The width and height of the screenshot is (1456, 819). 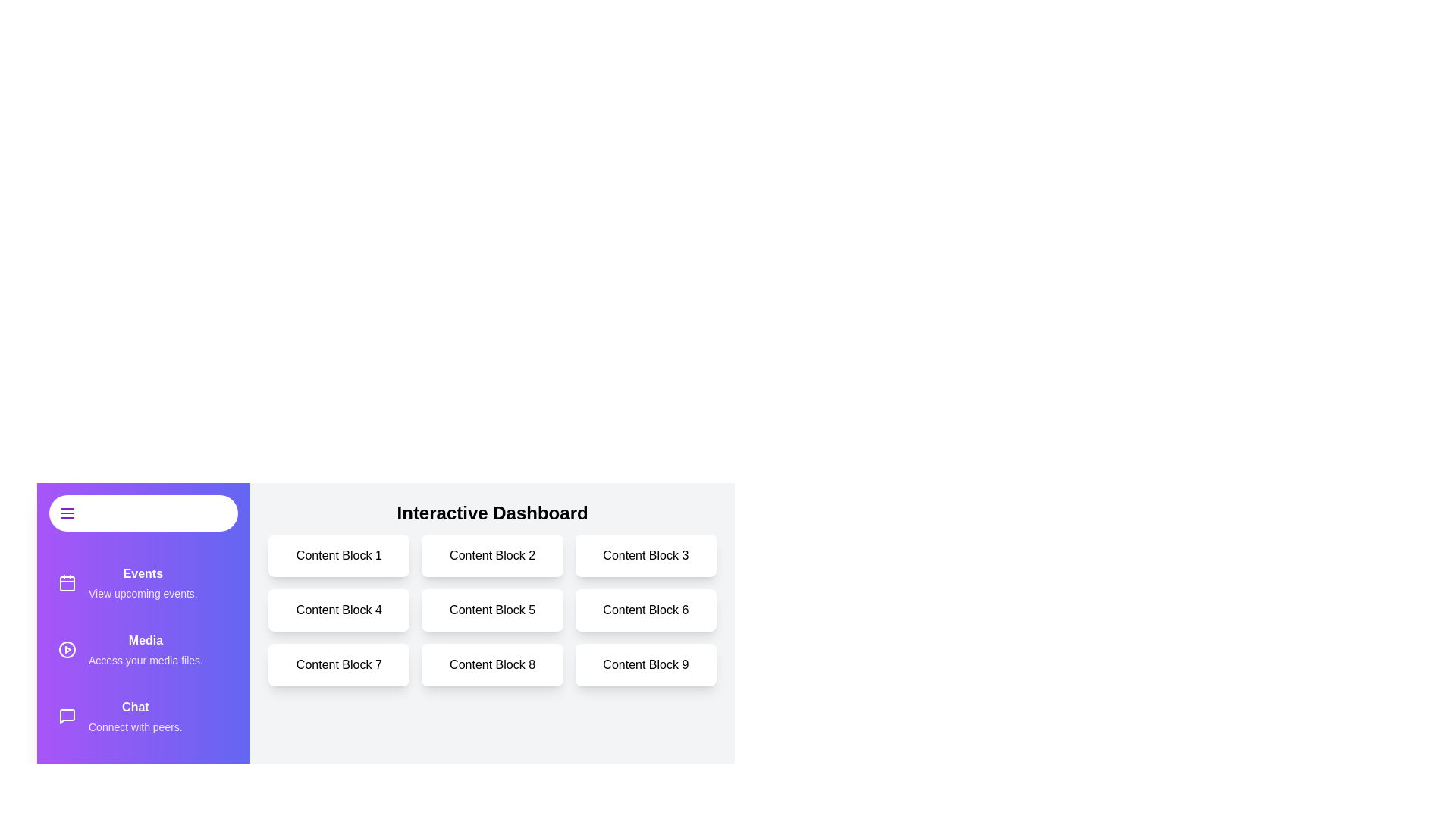 What do you see at coordinates (143, 717) in the screenshot?
I see `the drawer item corresponding to Chat` at bounding box center [143, 717].